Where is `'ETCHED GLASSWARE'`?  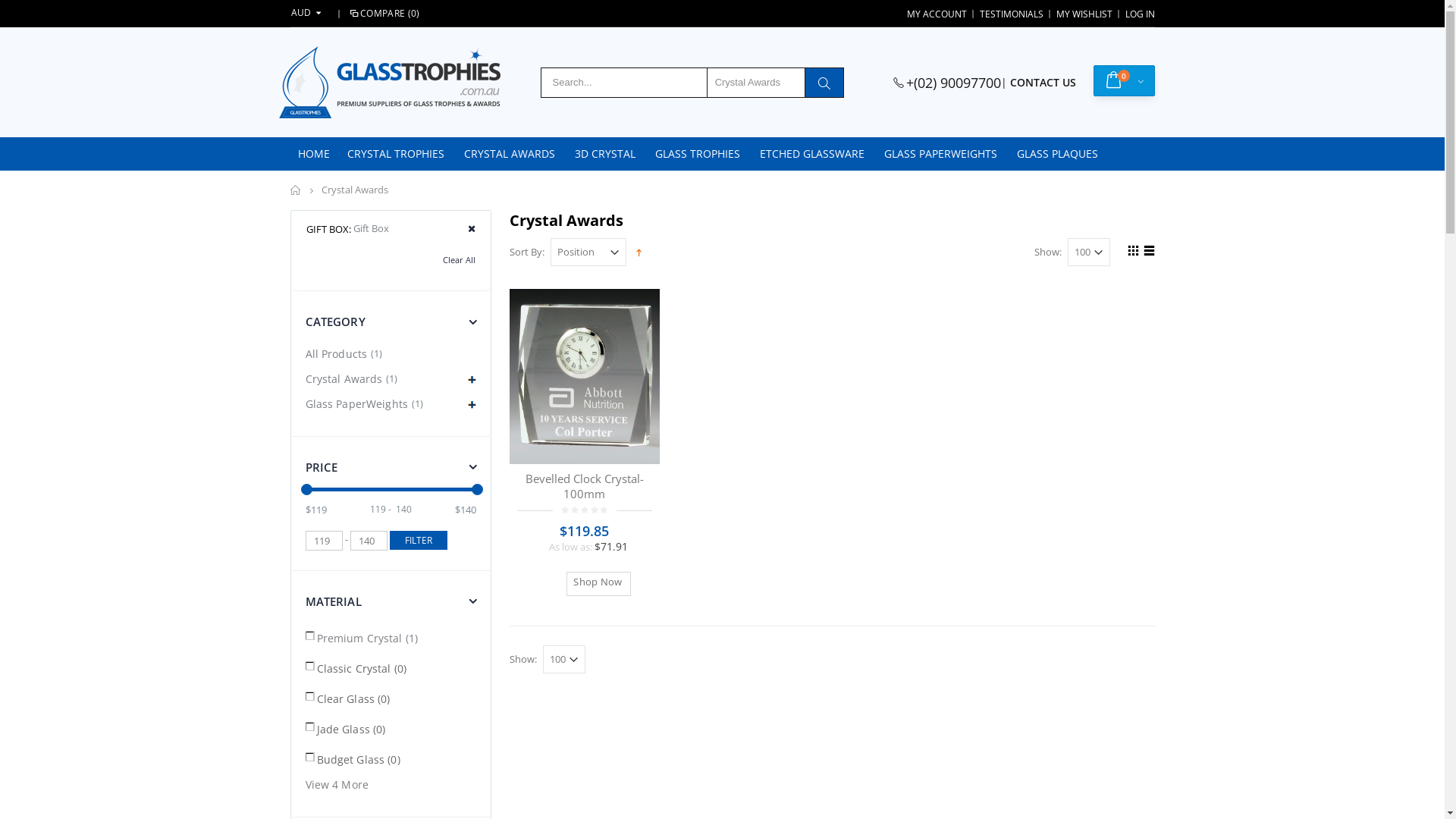
'ETCHED GLASSWARE' is located at coordinates (811, 154).